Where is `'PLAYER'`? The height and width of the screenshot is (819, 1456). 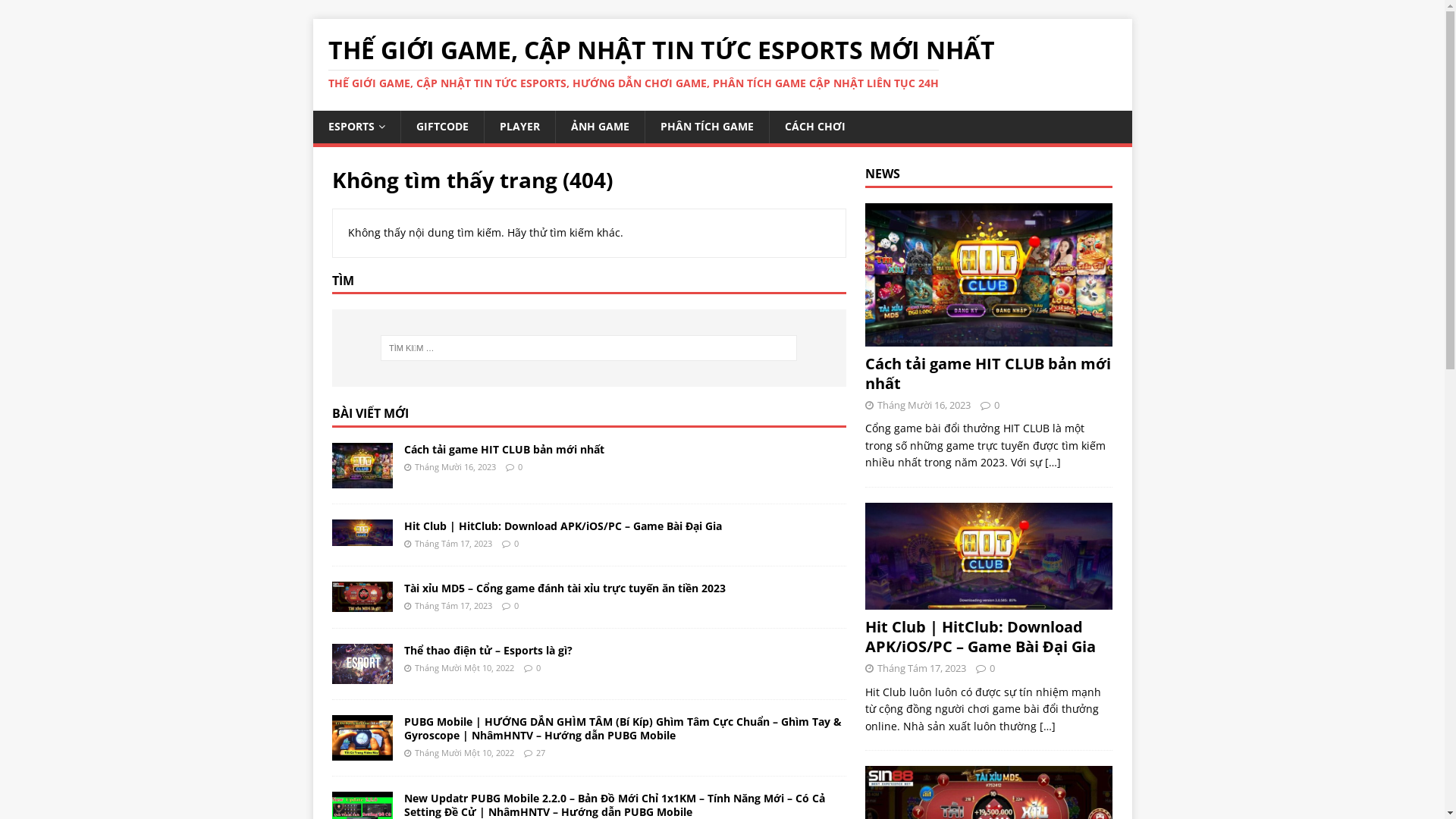
'PLAYER' is located at coordinates (519, 125).